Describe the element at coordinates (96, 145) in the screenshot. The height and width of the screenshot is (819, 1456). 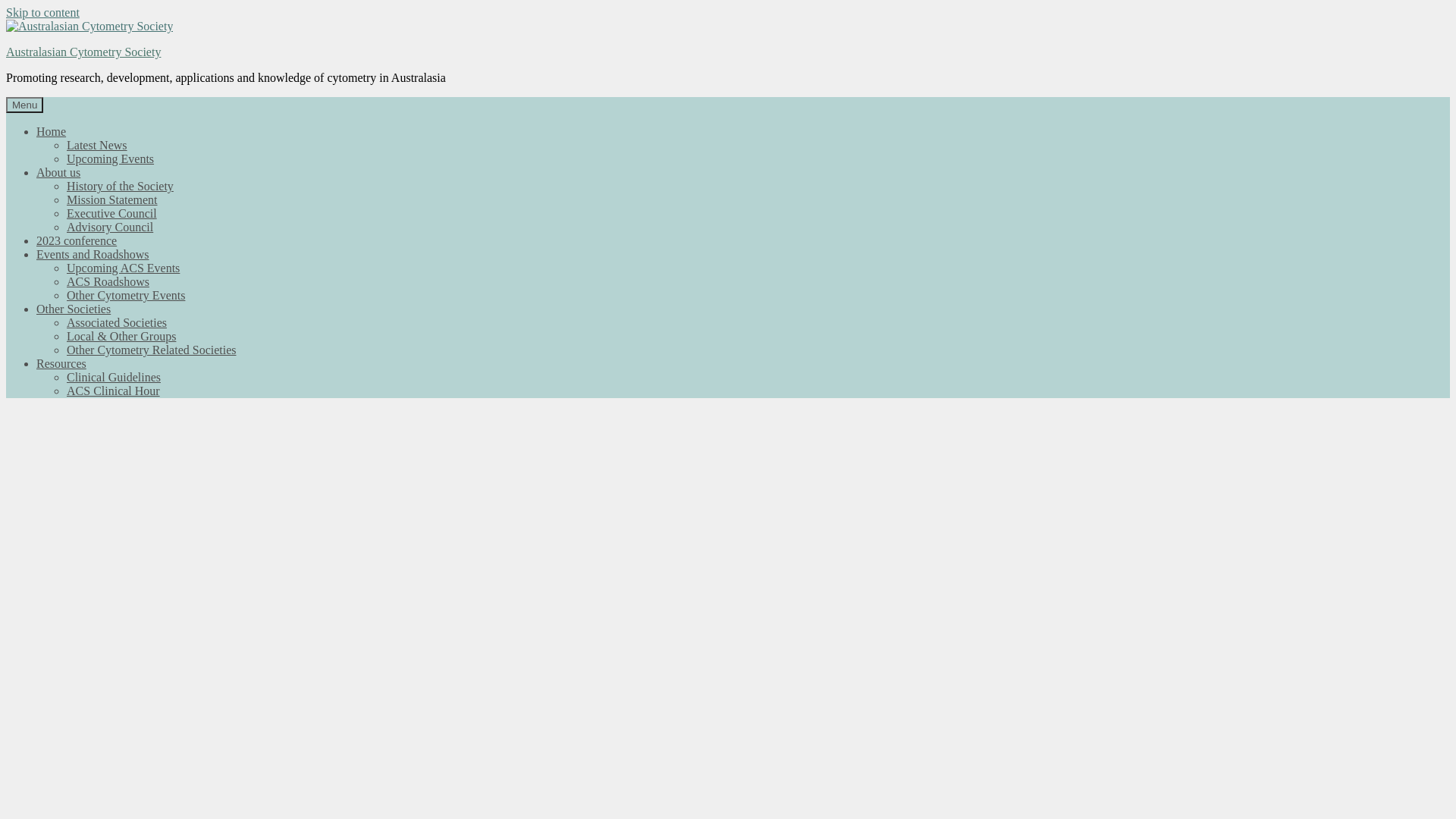
I see `'Latest News'` at that location.